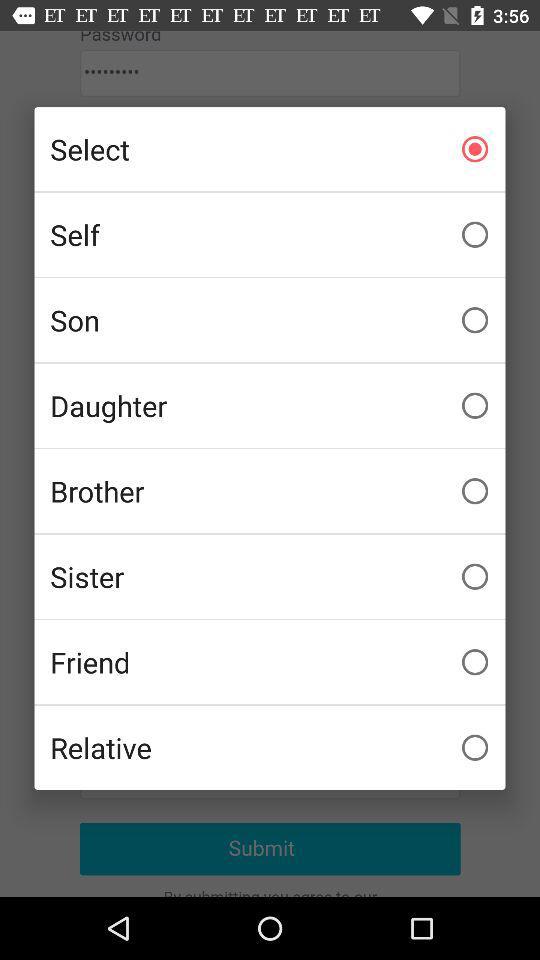  What do you see at coordinates (270, 576) in the screenshot?
I see `sister` at bounding box center [270, 576].